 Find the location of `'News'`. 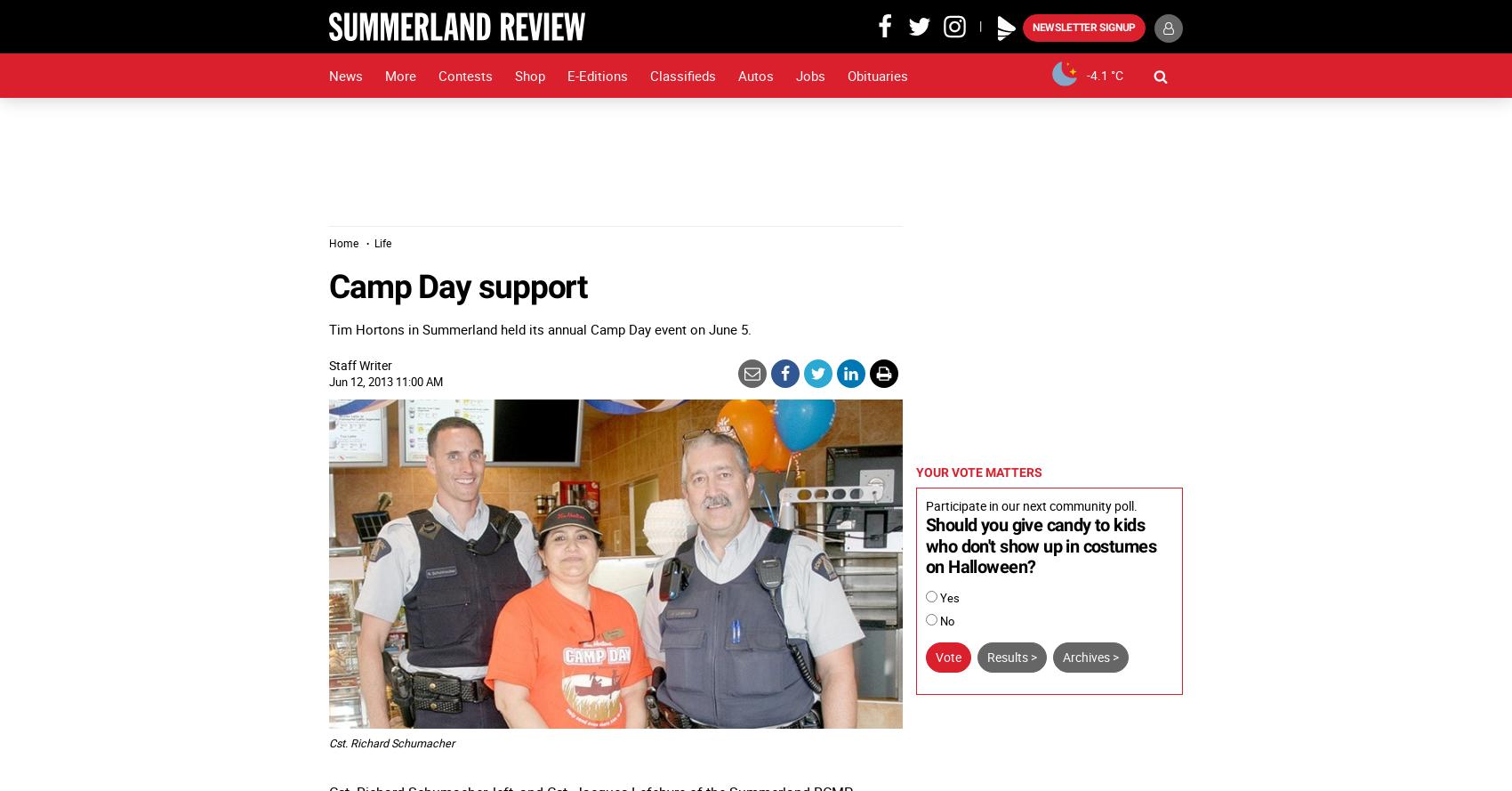

'News' is located at coordinates (344, 74).